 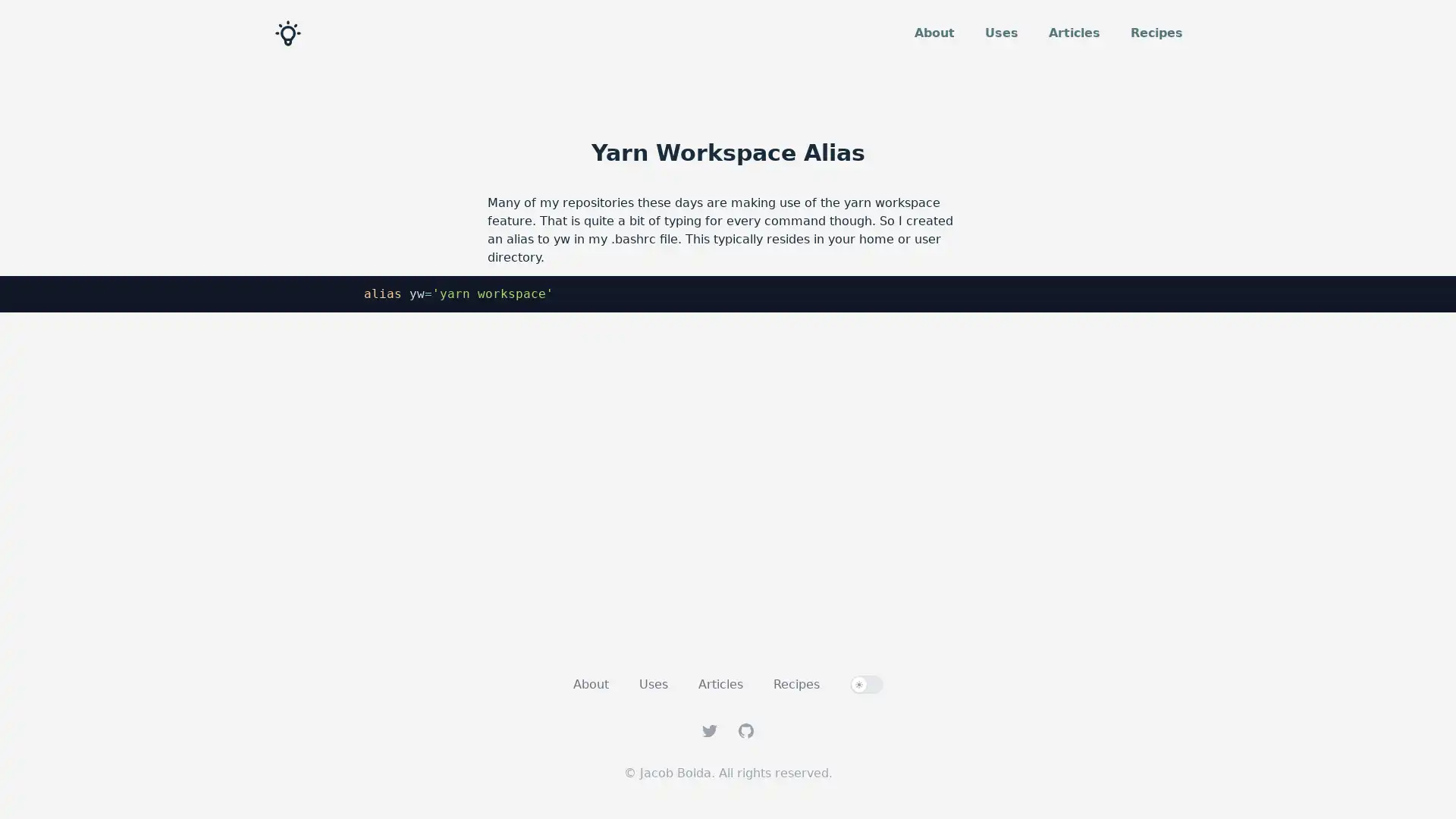 I want to click on toggle dark mode, so click(x=866, y=684).